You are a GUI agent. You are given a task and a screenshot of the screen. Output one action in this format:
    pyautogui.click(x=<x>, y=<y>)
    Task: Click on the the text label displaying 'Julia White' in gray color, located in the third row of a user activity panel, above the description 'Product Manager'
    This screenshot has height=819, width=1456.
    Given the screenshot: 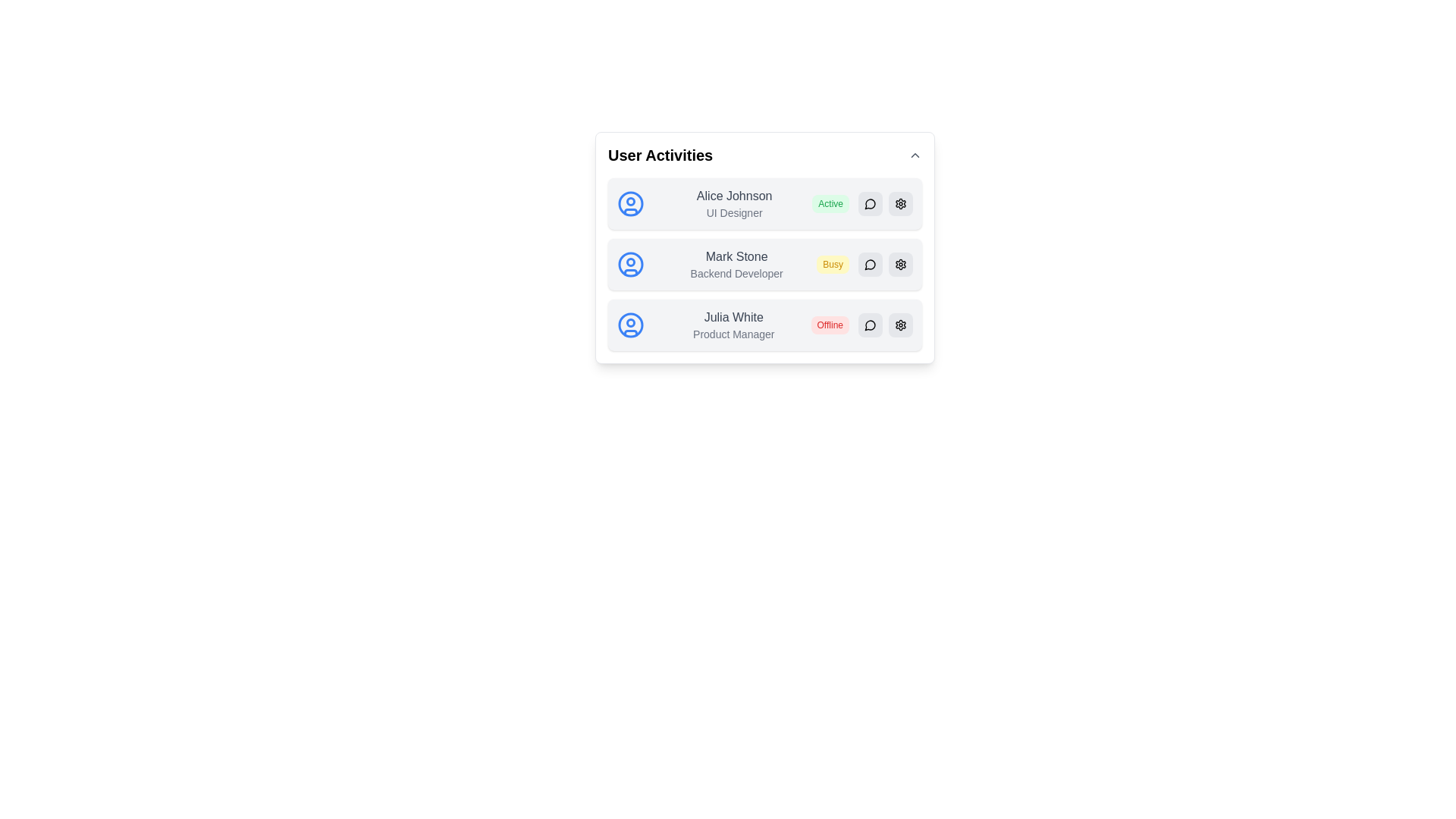 What is the action you would take?
    pyautogui.click(x=733, y=317)
    